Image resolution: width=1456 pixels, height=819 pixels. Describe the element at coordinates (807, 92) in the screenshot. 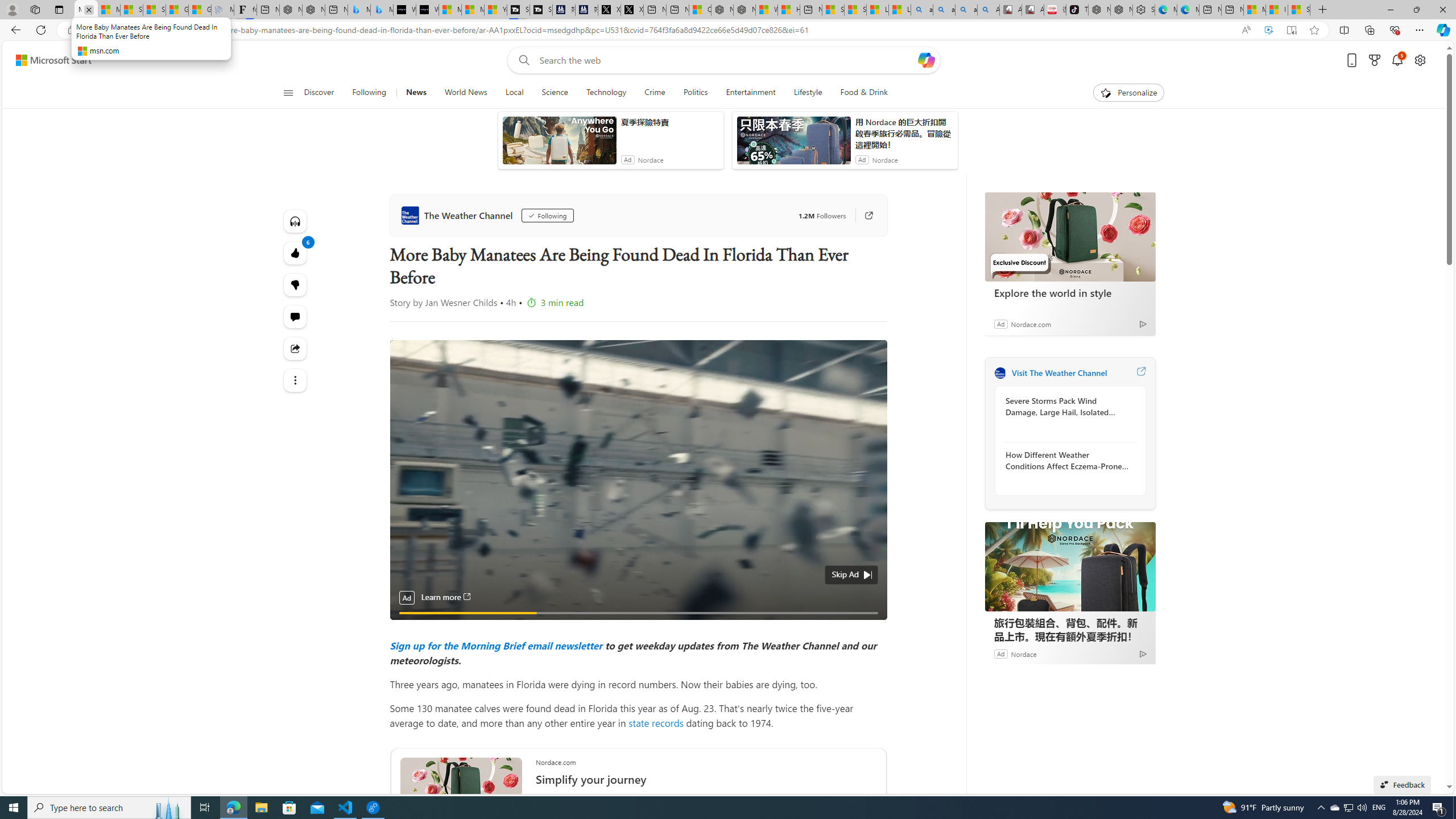

I see `'Lifestyle'` at that location.